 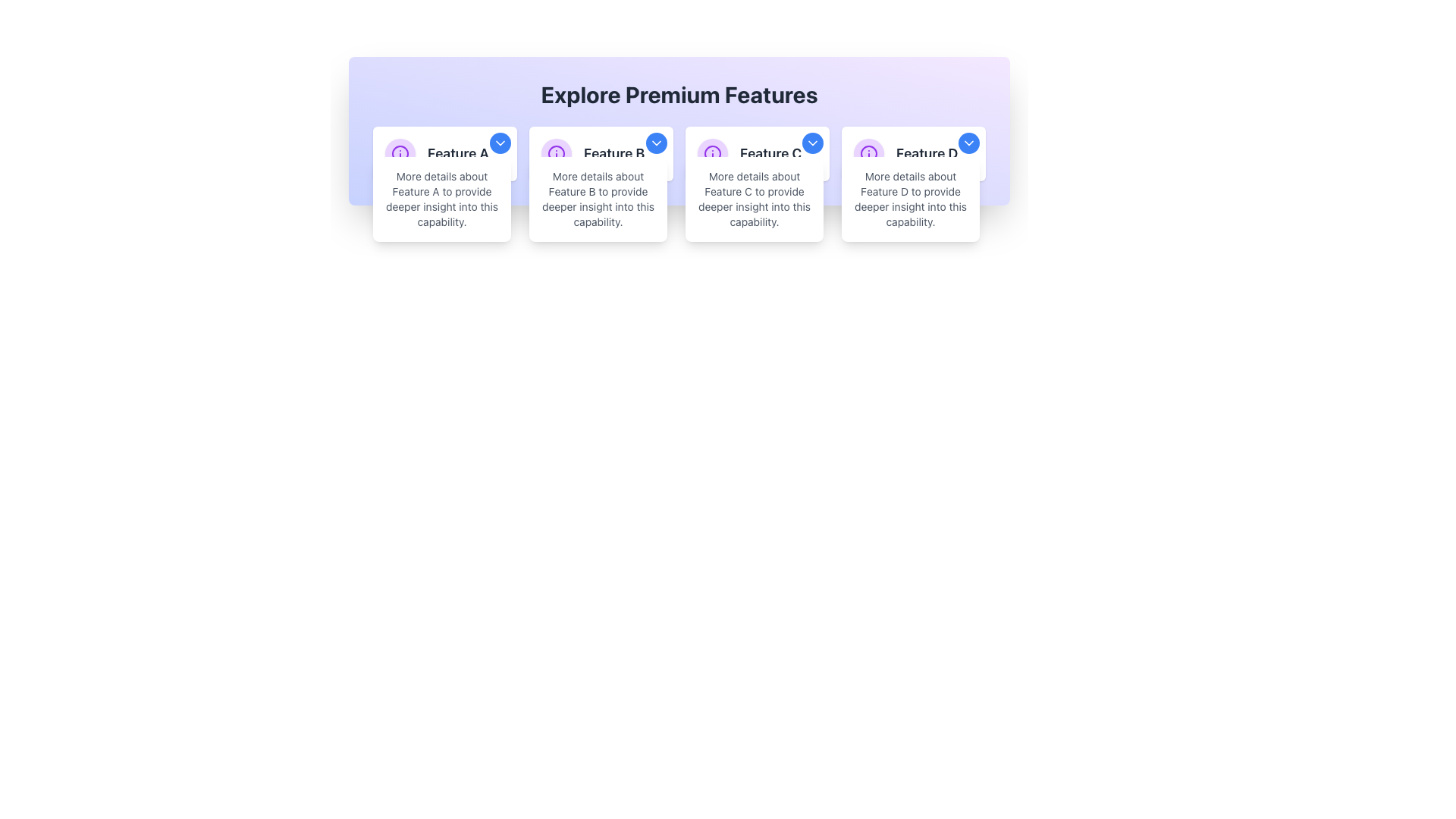 What do you see at coordinates (712, 154) in the screenshot?
I see `the small circular icon with a purple background and an 'i' symbol, located to the left of the 'Feature C' label in the 'Explore Premium Features' section` at bounding box center [712, 154].